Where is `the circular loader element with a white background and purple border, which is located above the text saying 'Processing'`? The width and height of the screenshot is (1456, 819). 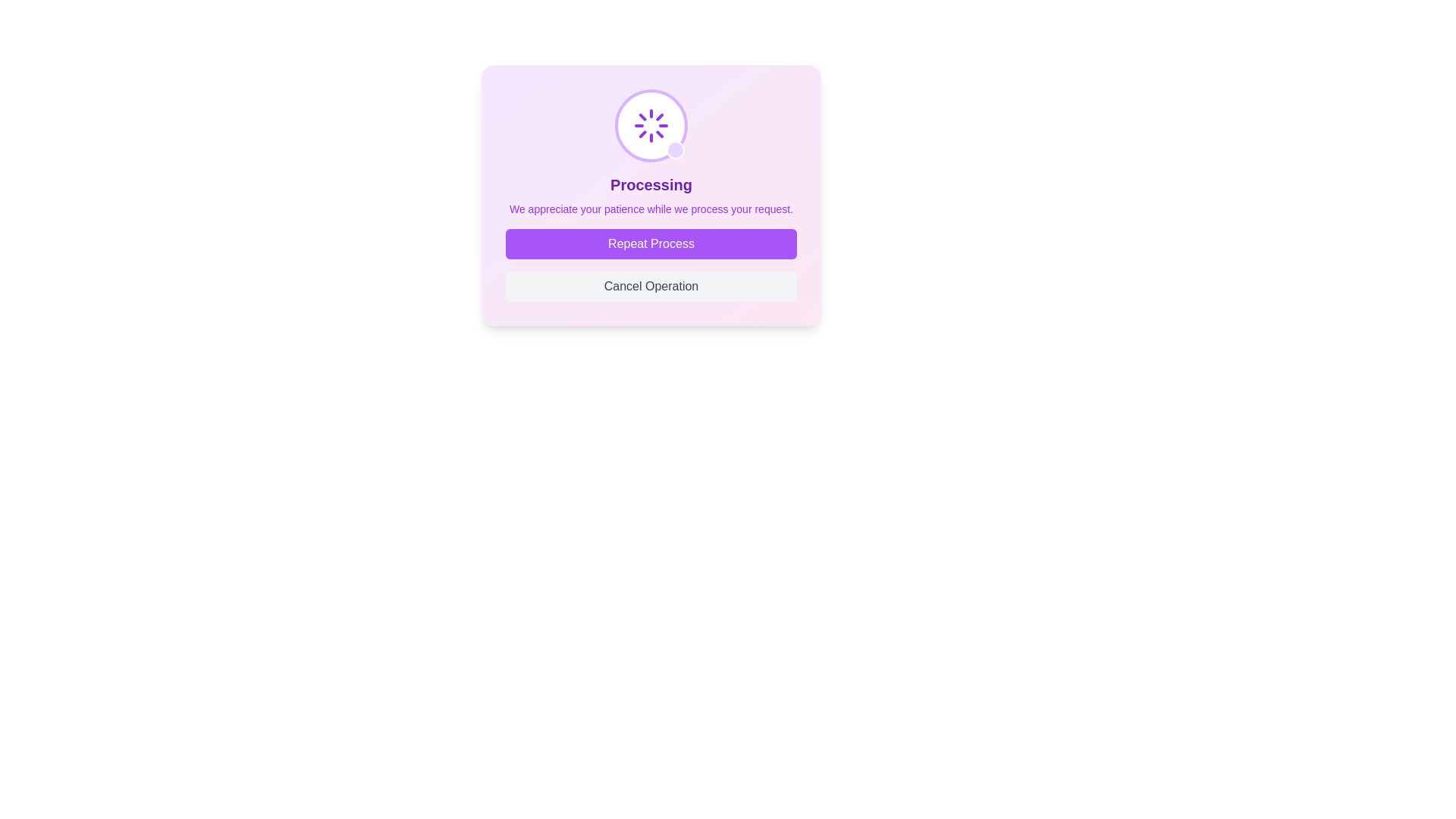 the circular loader element with a white background and purple border, which is located above the text saying 'Processing' is located at coordinates (651, 124).